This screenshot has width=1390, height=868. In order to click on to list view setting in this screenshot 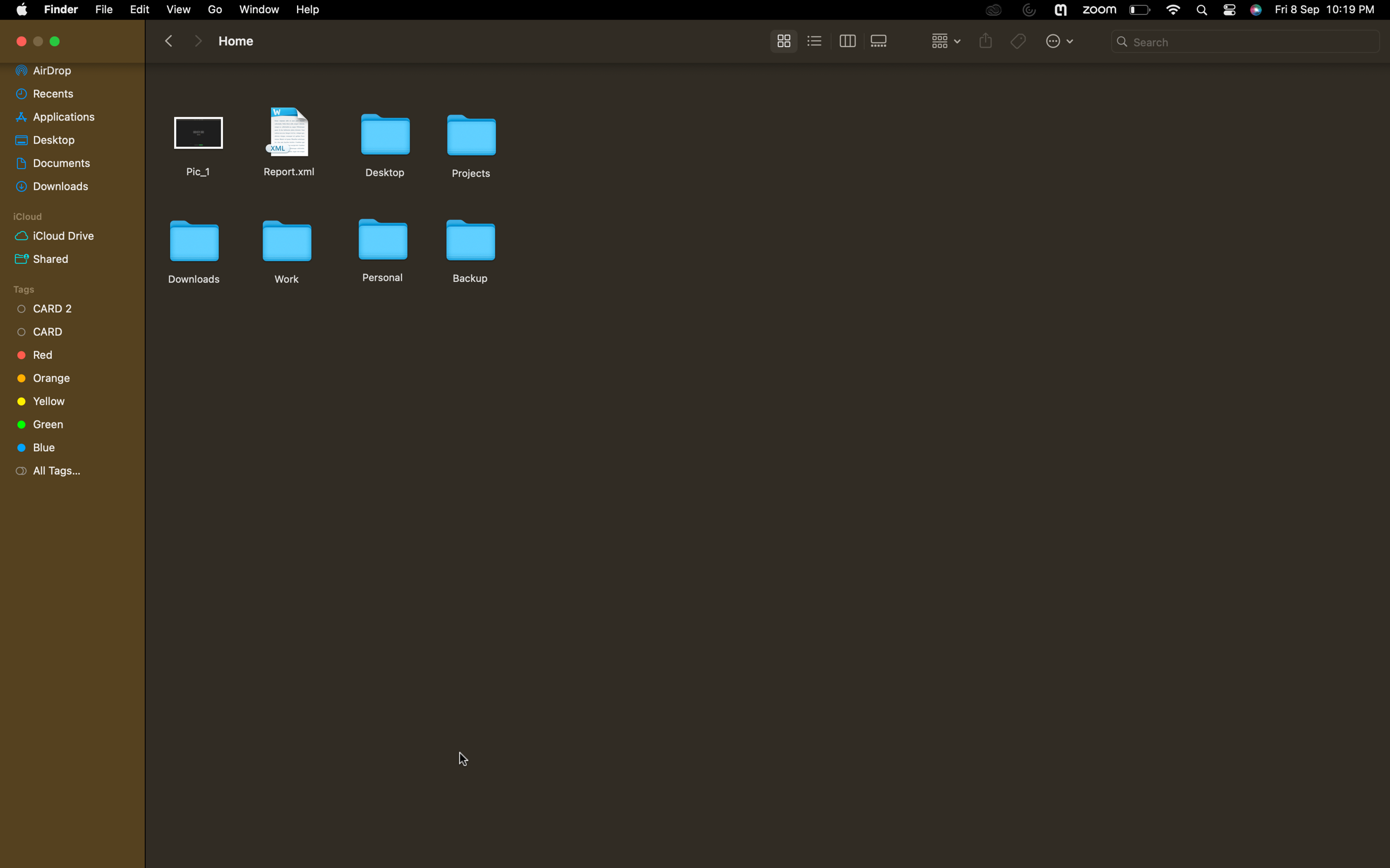, I will do `click(815, 40)`.